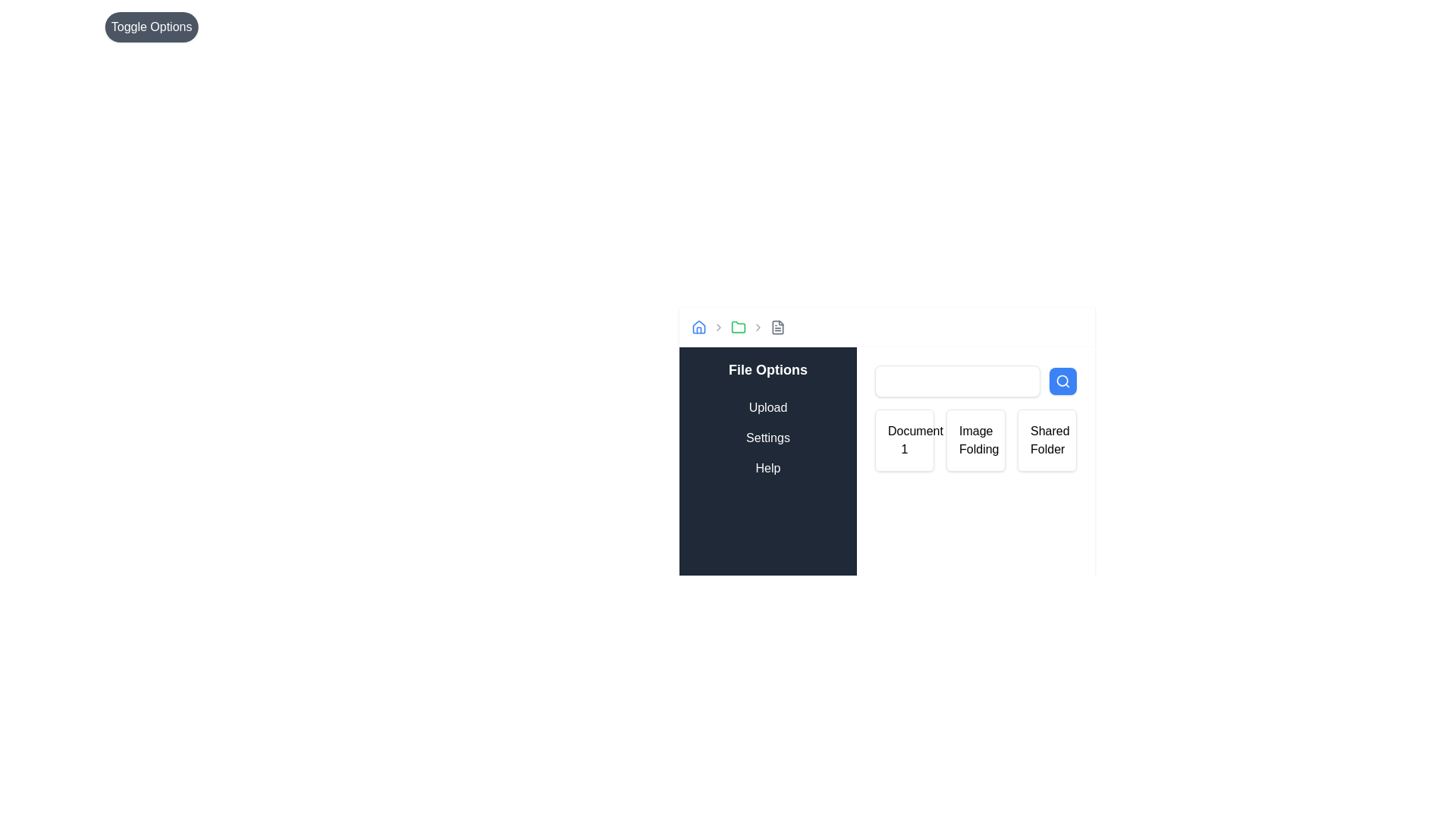 This screenshot has height=819, width=1456. I want to click on the 'Upload' button, which is the first button in the vertical stack of 'File Options' sidebar, to initiate the upload process, so click(767, 406).